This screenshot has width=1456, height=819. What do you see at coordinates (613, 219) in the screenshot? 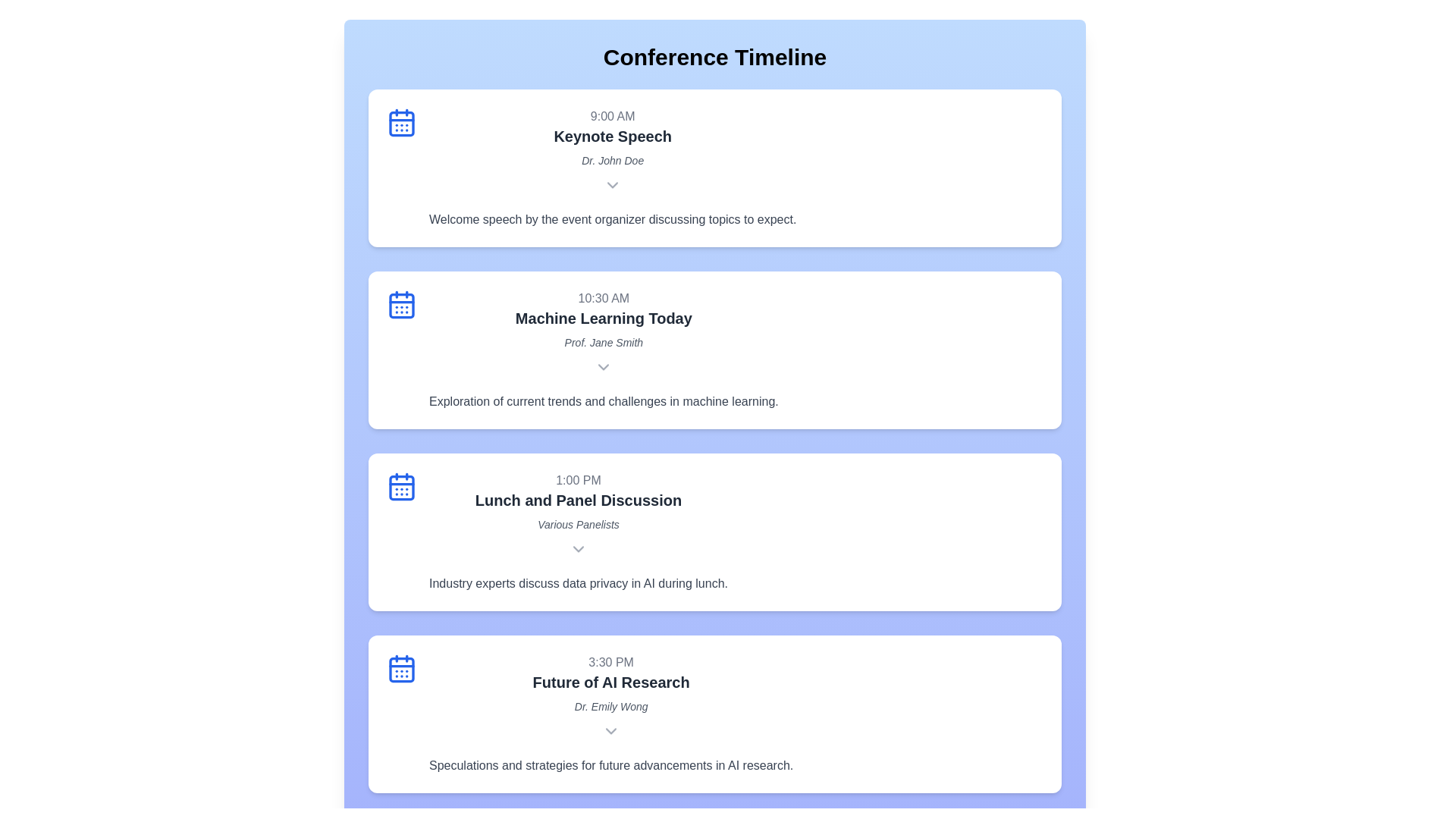
I see `the text element that describes the keynote speech, located at the bottom of the 'Keynote Speech' event card on the 'Conference Timeline' page` at bounding box center [613, 219].